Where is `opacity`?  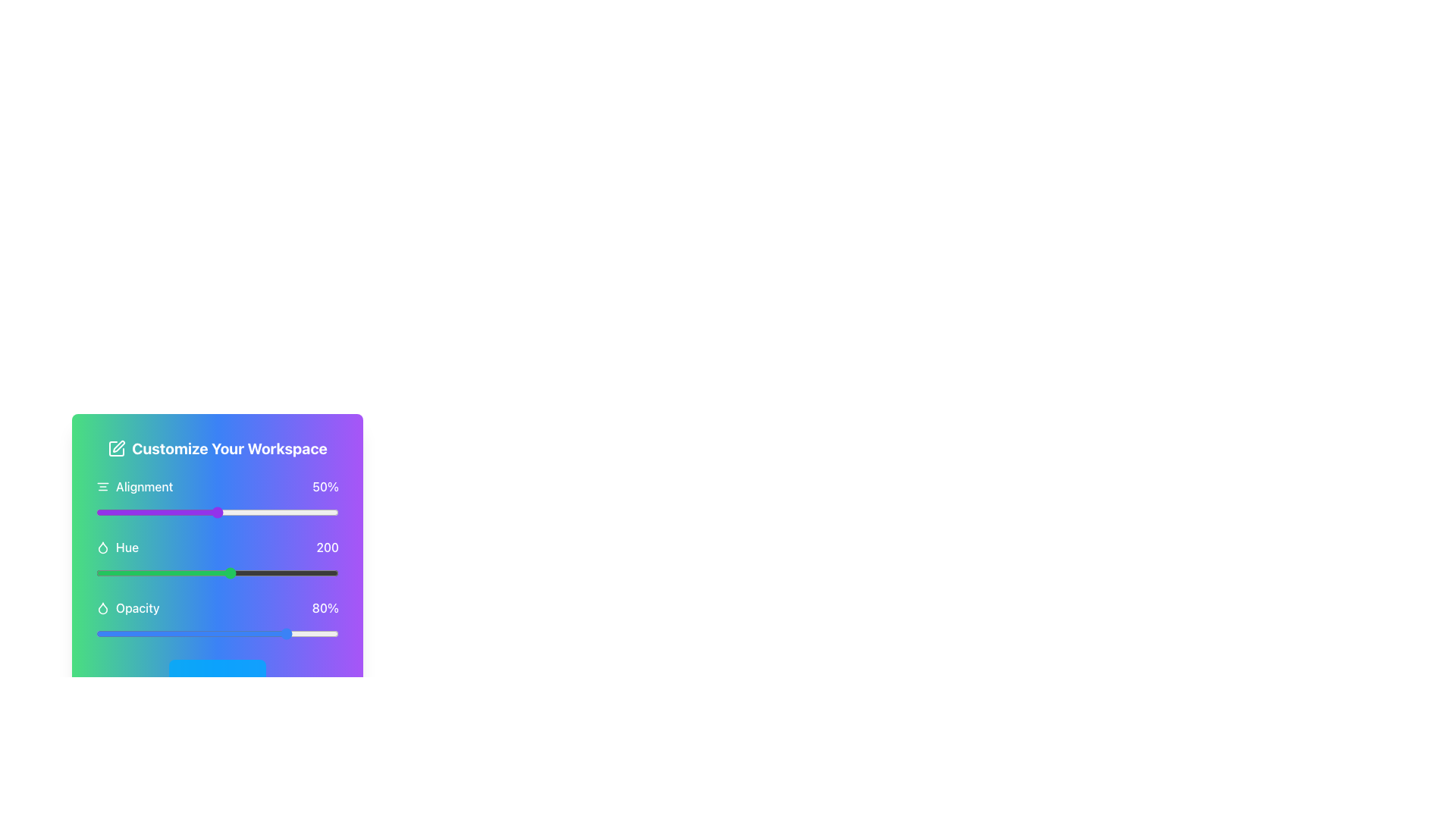 opacity is located at coordinates (132, 634).